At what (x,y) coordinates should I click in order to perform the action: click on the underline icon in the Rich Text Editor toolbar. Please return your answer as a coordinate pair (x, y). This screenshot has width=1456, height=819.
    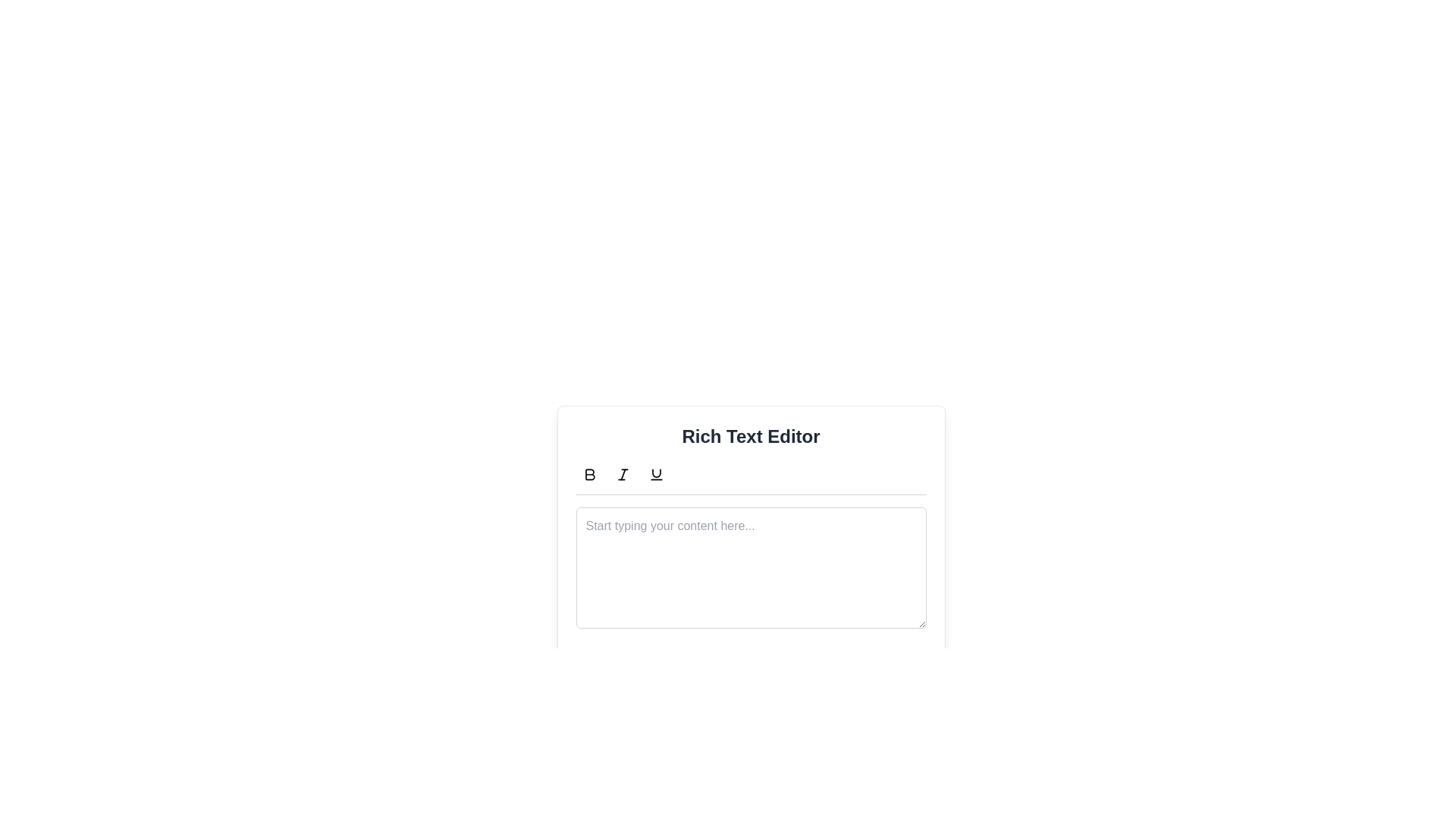
    Looking at the image, I should click on (656, 473).